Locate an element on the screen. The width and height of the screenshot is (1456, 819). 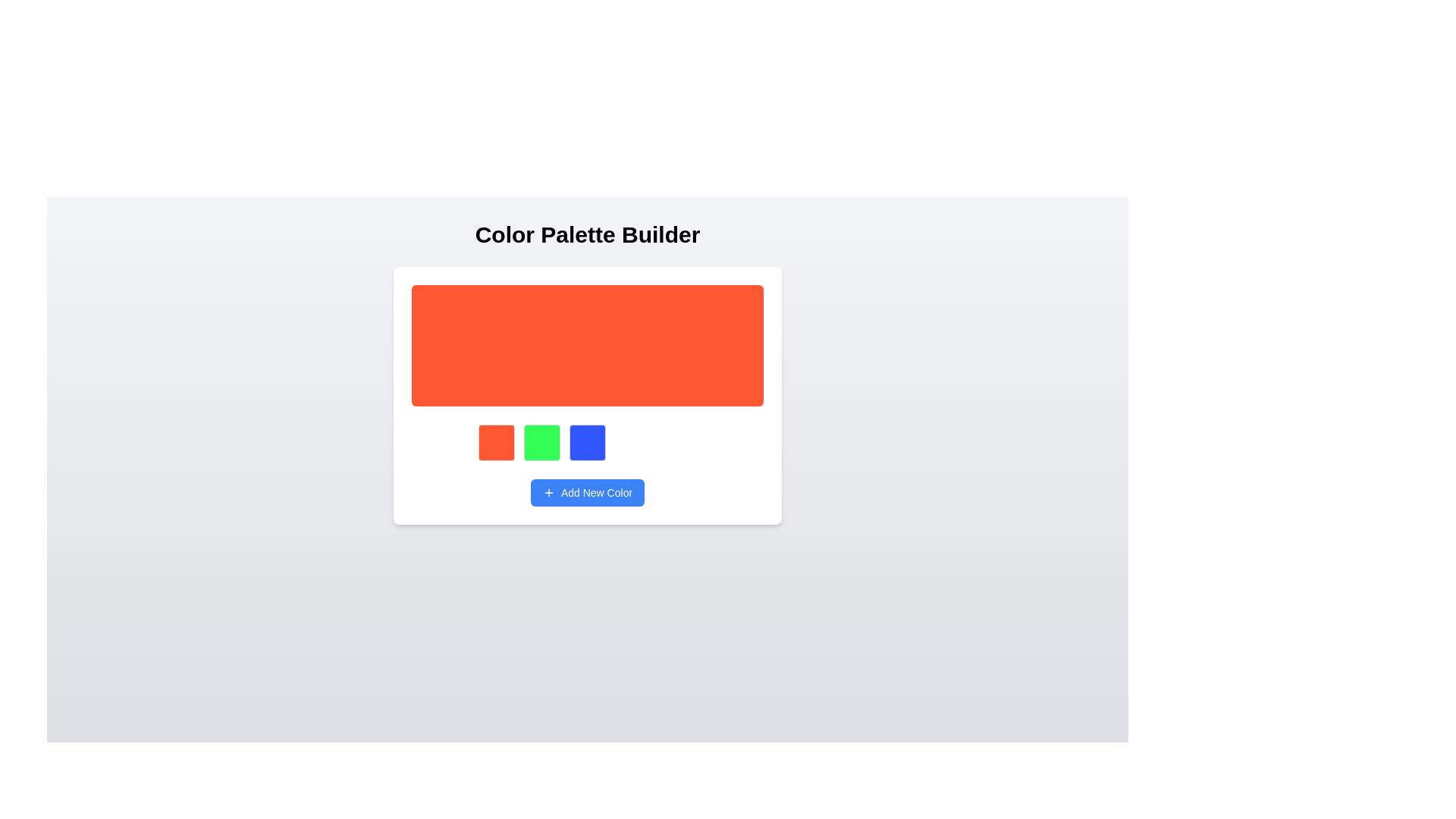
the third square button with a blue background and rounded corners is located at coordinates (586, 442).